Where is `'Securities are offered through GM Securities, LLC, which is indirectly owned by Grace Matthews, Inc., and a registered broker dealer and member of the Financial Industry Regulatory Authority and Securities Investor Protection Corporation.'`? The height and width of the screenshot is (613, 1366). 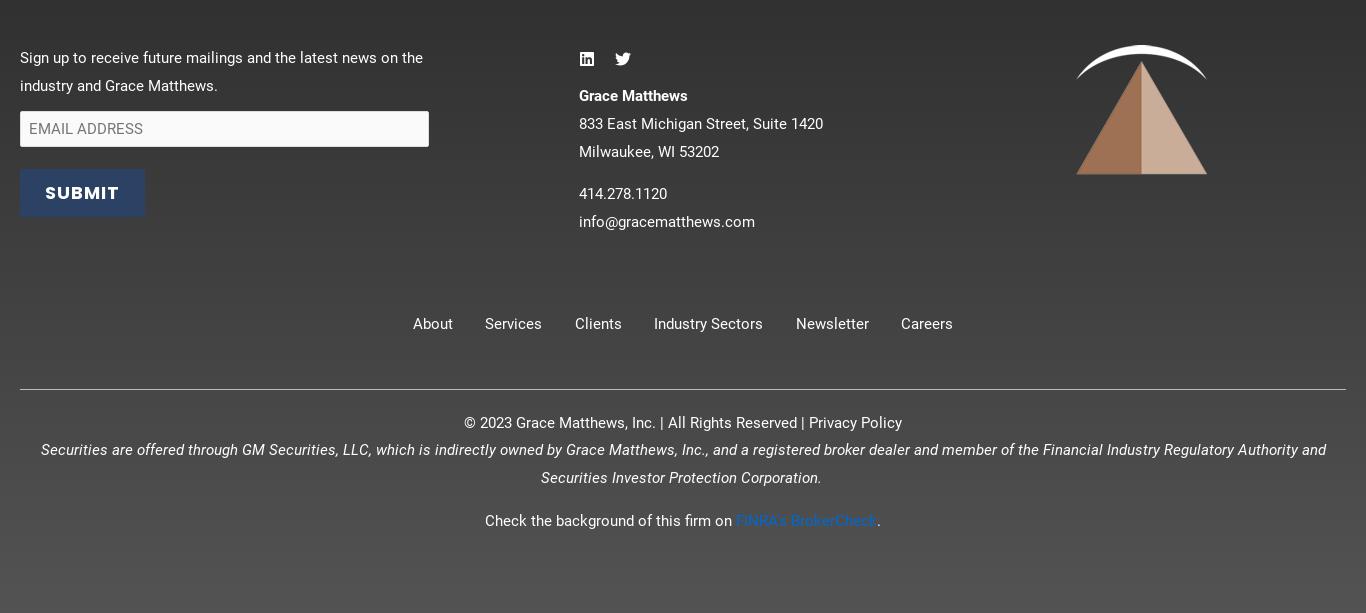 'Securities are offered through GM Securities, LLC, which is indirectly owned by Grace Matthews, Inc., and a registered broker dealer and member of the Financial Industry Regulatory Authority and Securities Investor Protection Corporation.' is located at coordinates (40, 463).